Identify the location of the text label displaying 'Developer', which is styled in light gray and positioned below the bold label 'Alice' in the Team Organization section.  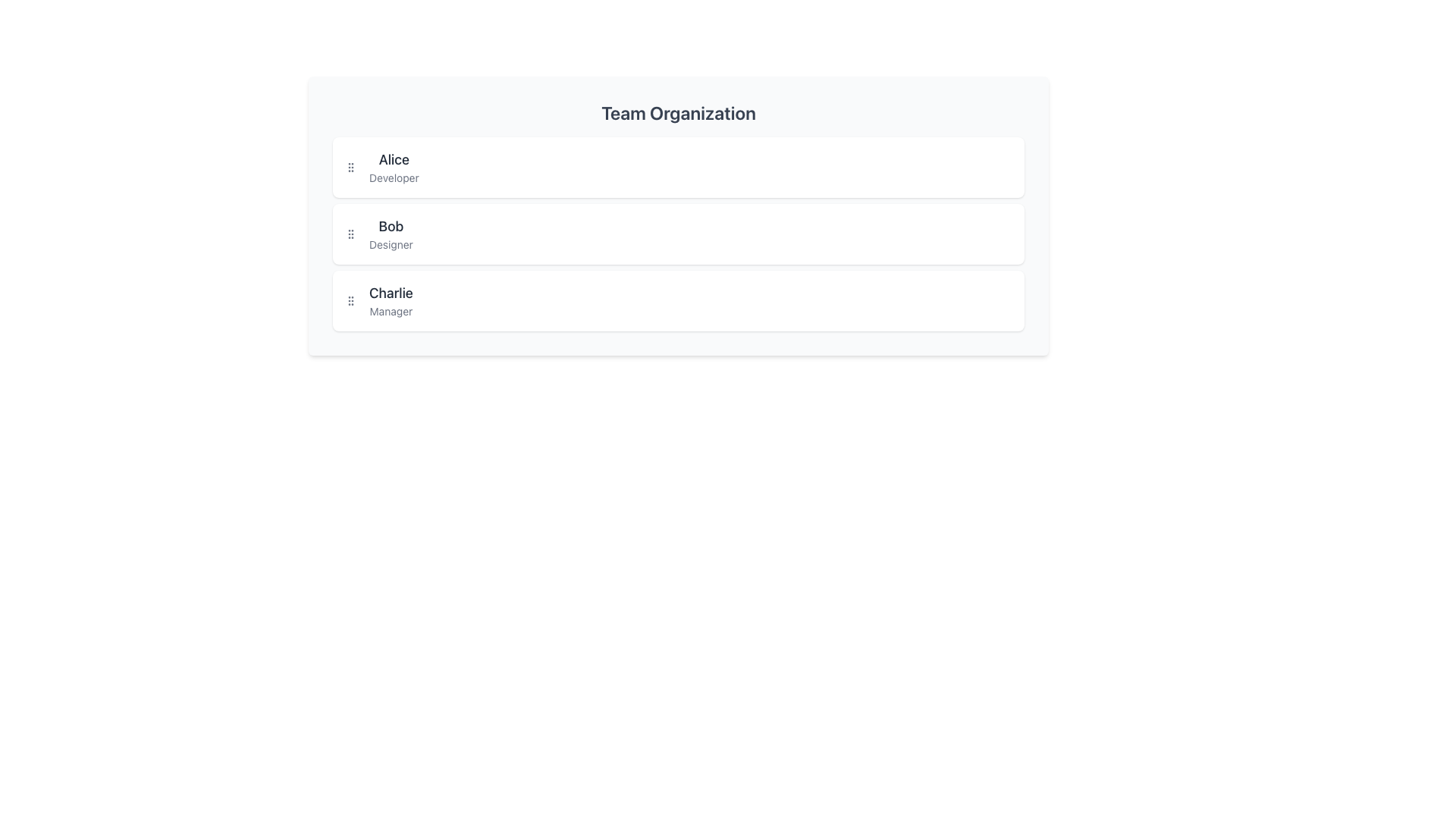
(394, 177).